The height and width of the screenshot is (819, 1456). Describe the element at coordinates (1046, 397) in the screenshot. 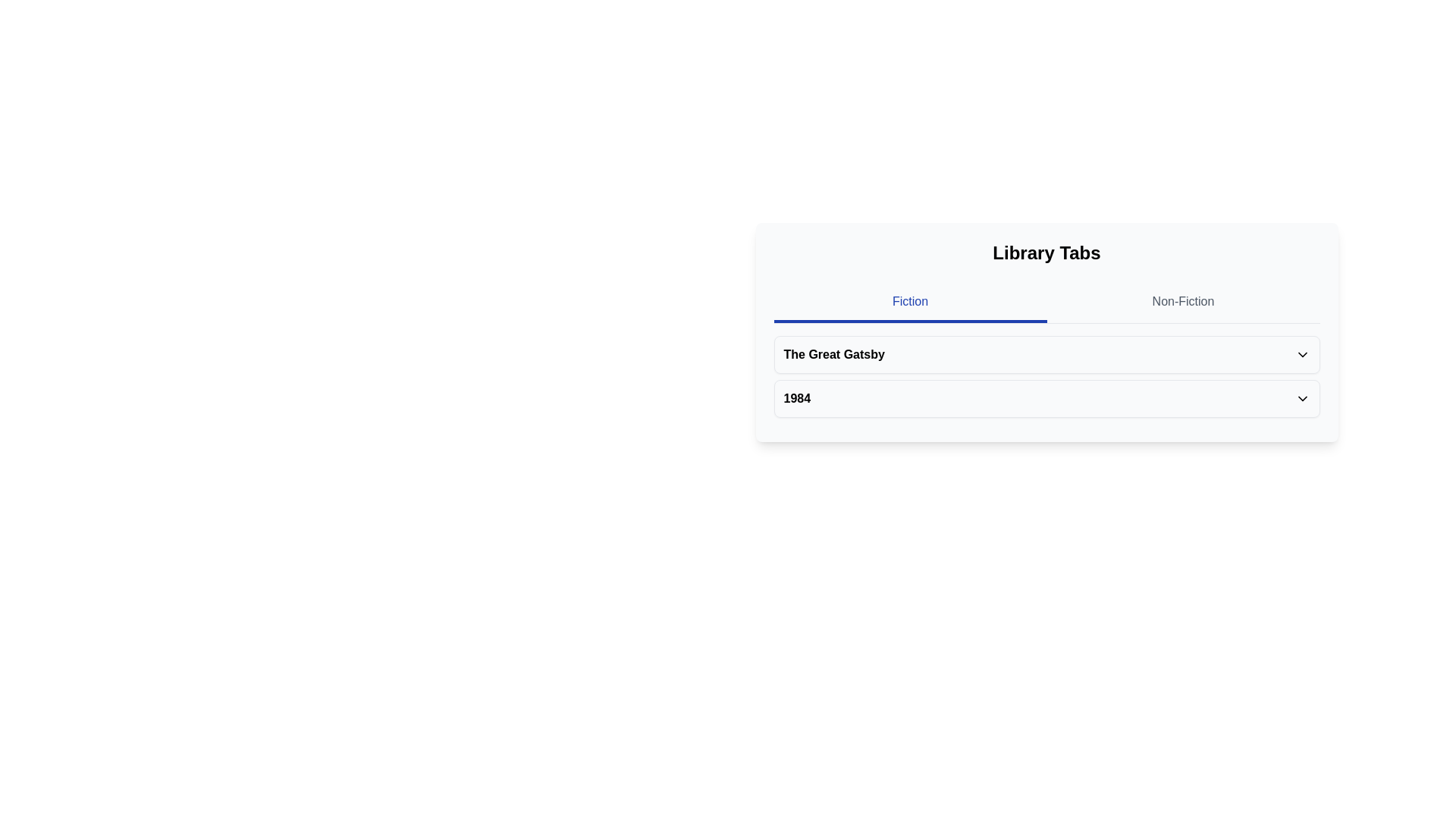

I see `the dropdown selection option under the title 'The Great Gatsby'` at that location.